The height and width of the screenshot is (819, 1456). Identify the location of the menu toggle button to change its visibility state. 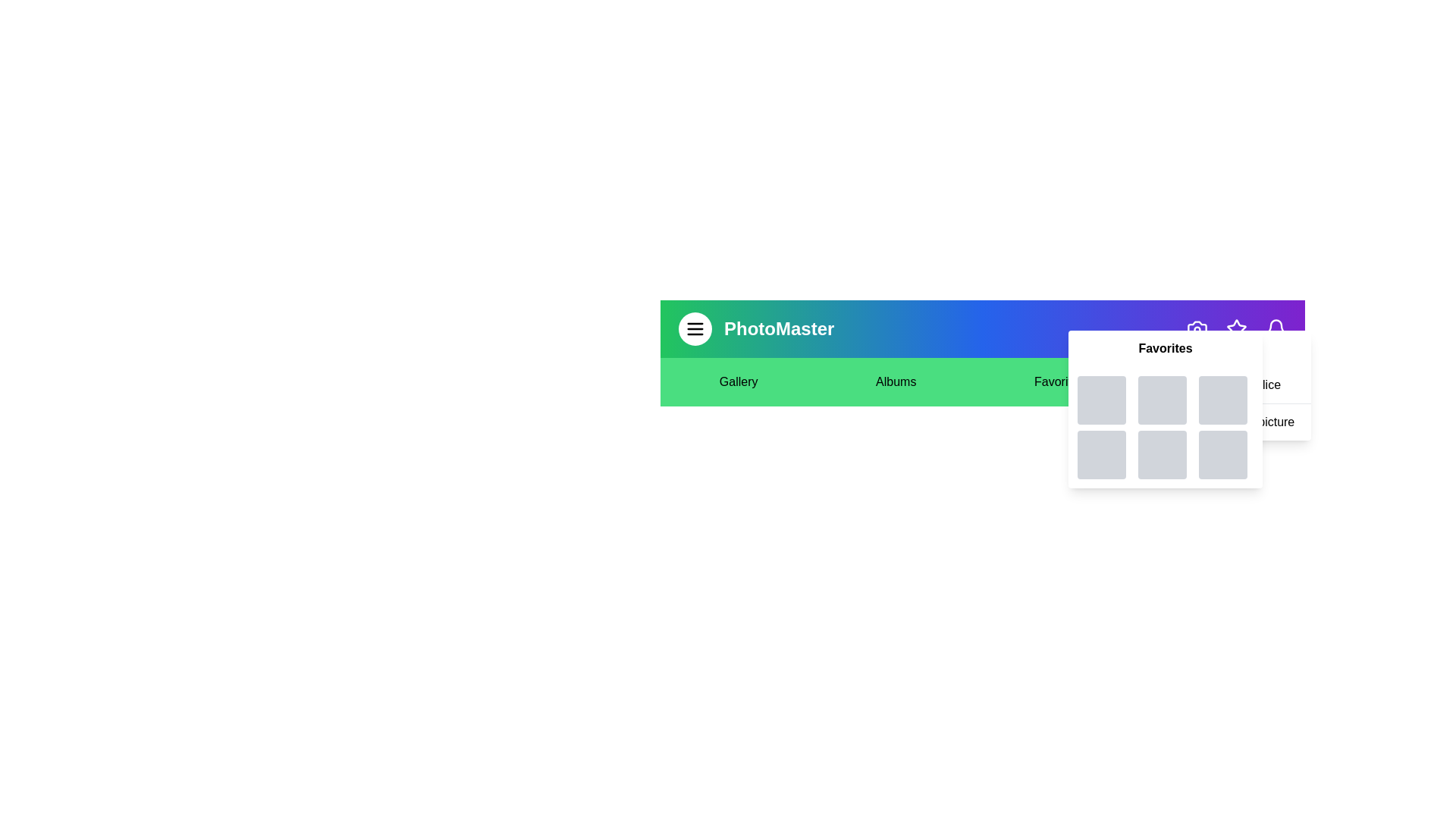
(694, 328).